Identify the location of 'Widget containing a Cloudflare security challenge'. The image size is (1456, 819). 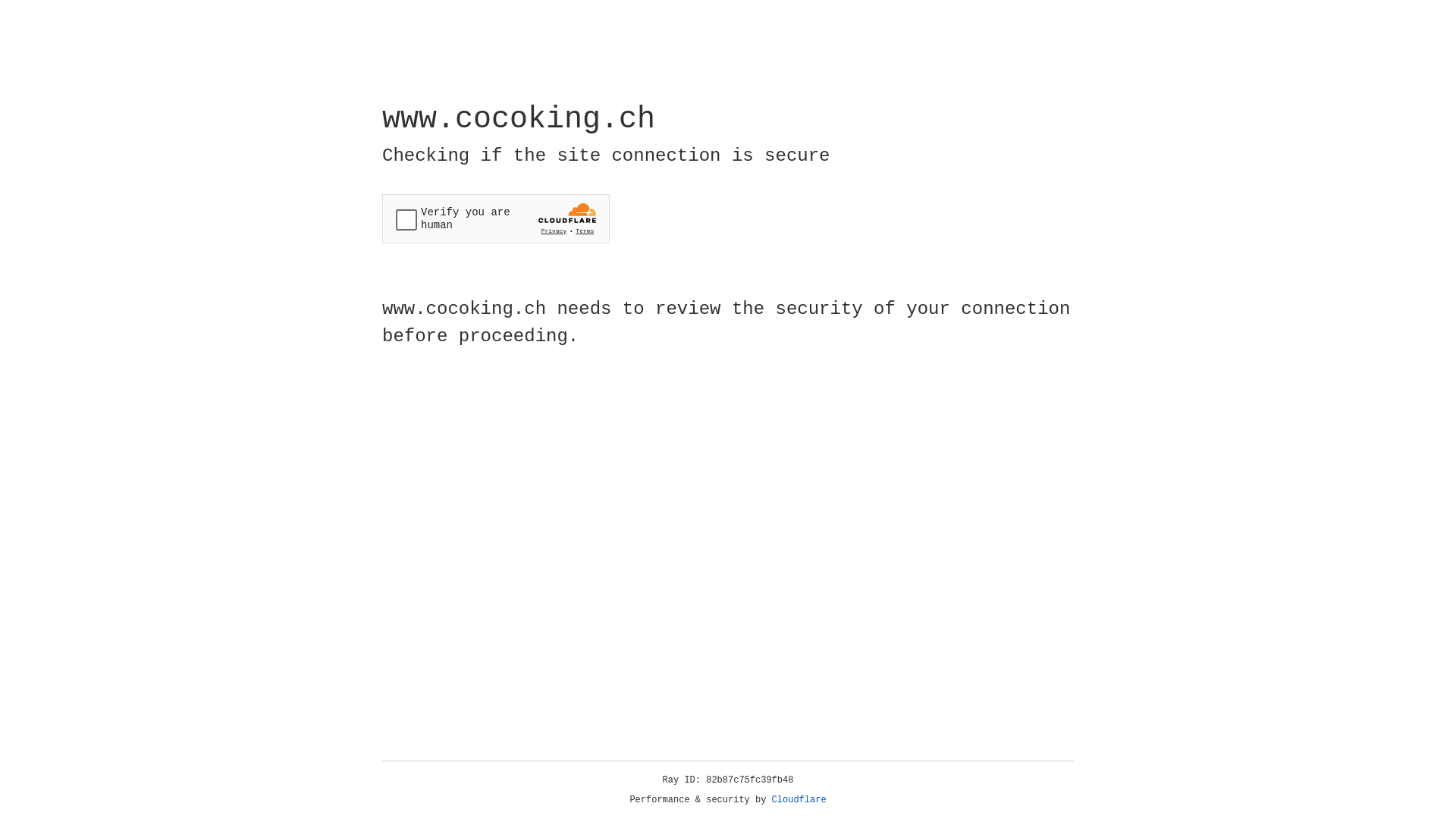
(495, 218).